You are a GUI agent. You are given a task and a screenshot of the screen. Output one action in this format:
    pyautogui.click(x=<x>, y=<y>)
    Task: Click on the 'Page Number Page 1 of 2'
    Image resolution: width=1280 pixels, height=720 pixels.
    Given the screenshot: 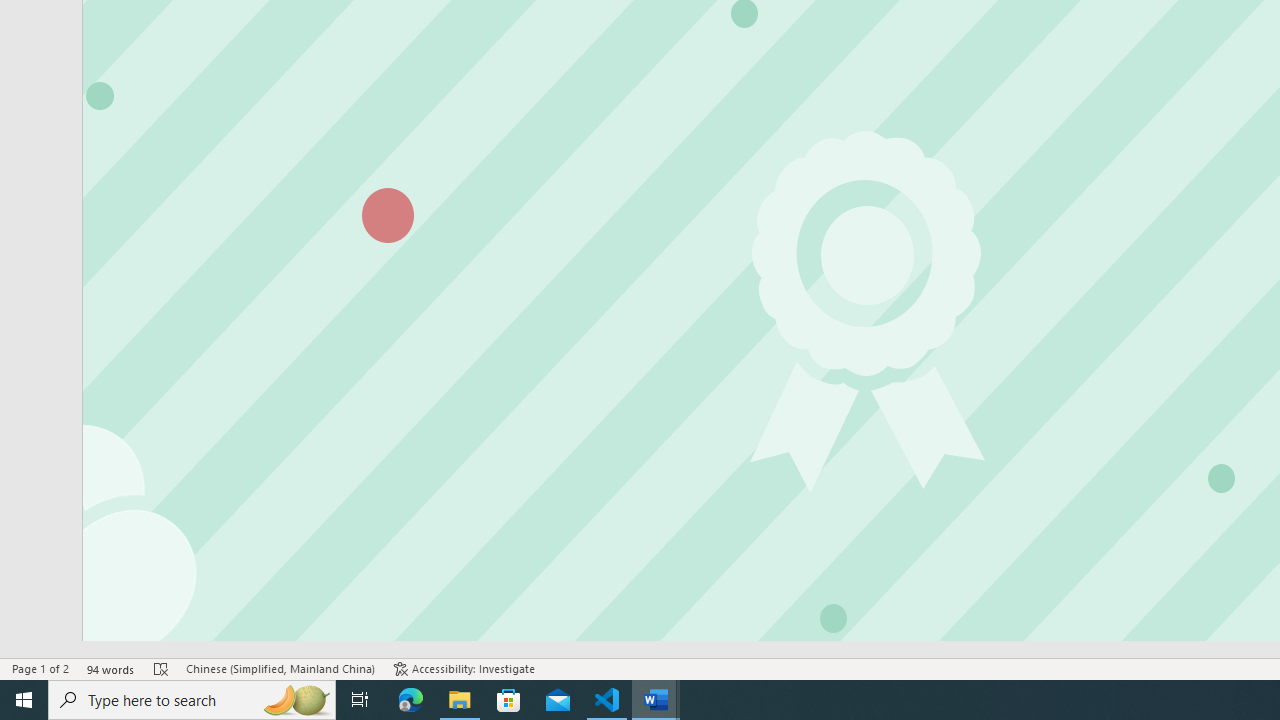 What is the action you would take?
    pyautogui.click(x=40, y=669)
    